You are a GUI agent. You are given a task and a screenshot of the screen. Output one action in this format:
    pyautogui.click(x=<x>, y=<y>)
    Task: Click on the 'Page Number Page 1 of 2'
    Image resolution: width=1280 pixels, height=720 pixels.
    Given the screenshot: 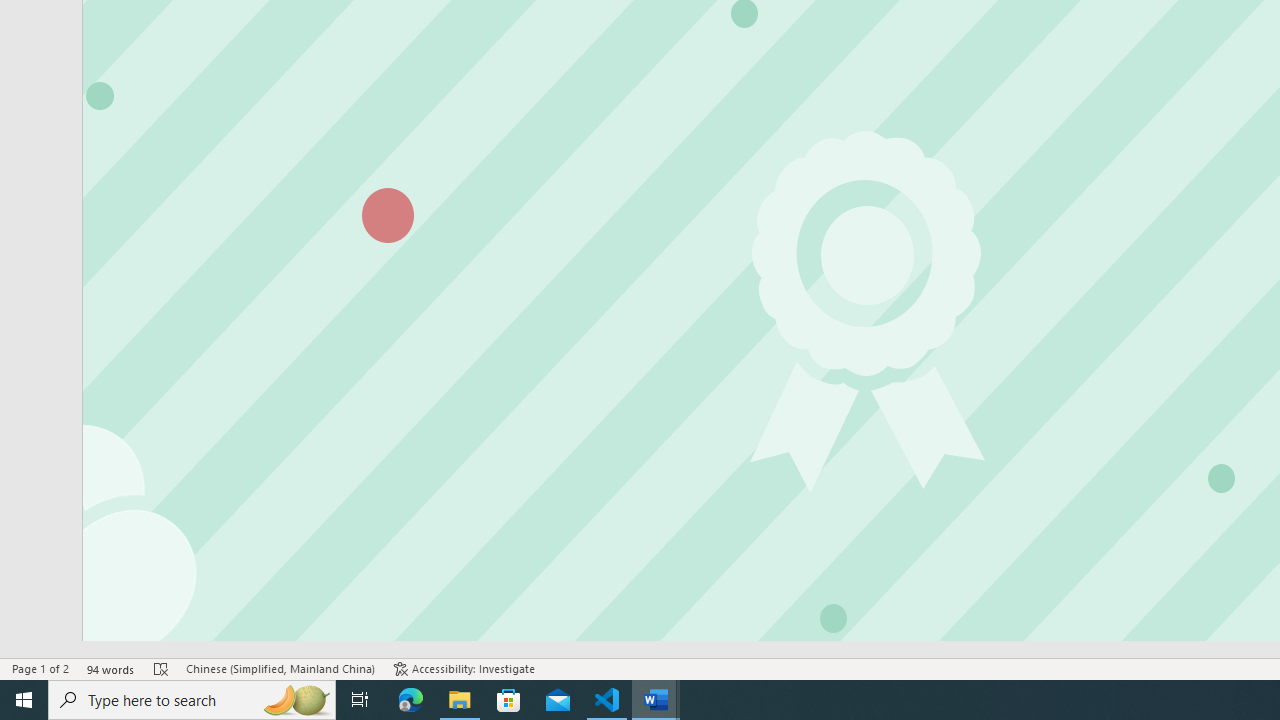 What is the action you would take?
    pyautogui.click(x=40, y=669)
    